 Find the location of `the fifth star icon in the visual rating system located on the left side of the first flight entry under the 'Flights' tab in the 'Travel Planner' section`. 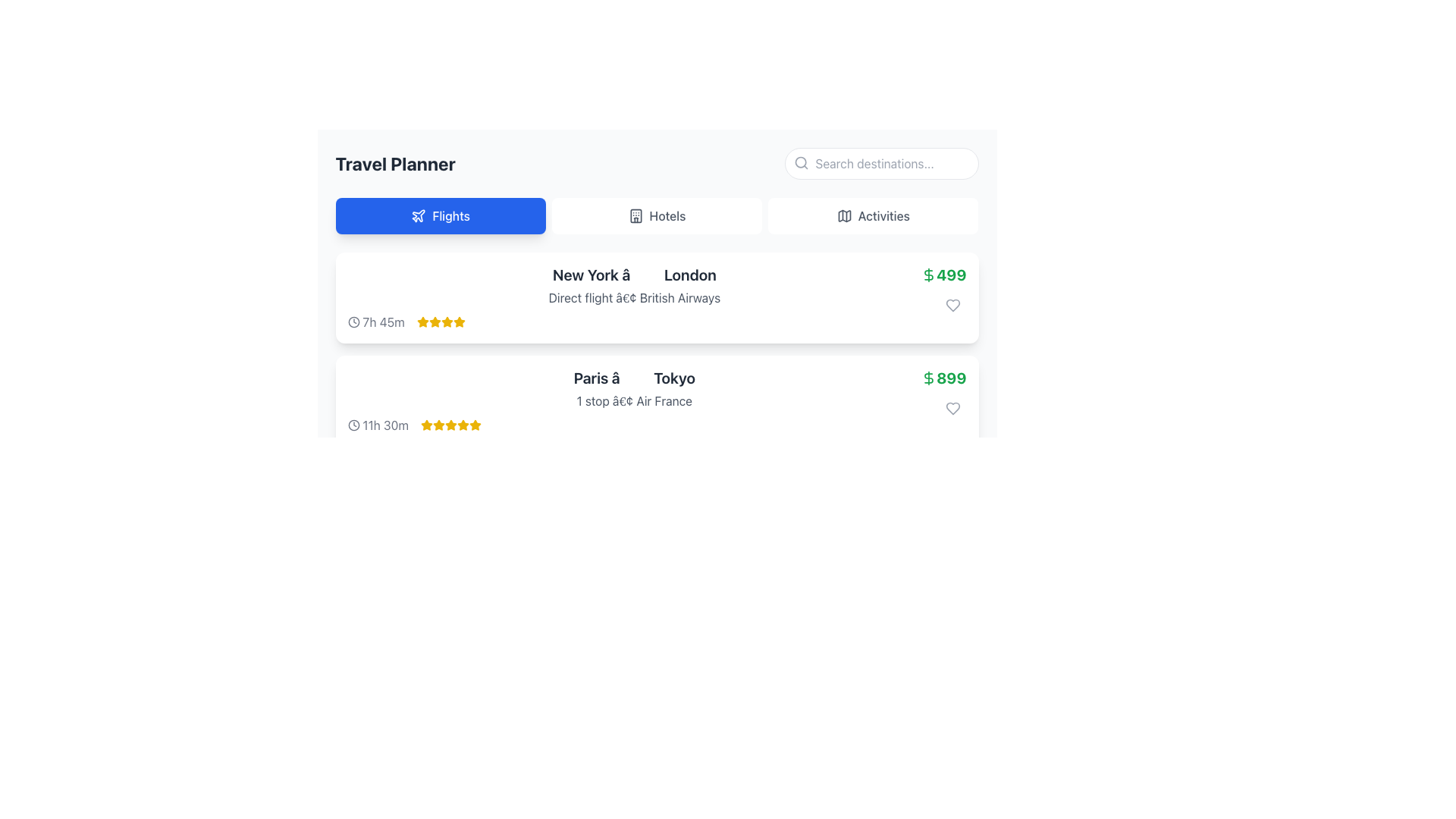

the fifth star icon in the visual rating system located on the left side of the first flight entry under the 'Flights' tab in the 'Travel Planner' section is located at coordinates (458, 321).